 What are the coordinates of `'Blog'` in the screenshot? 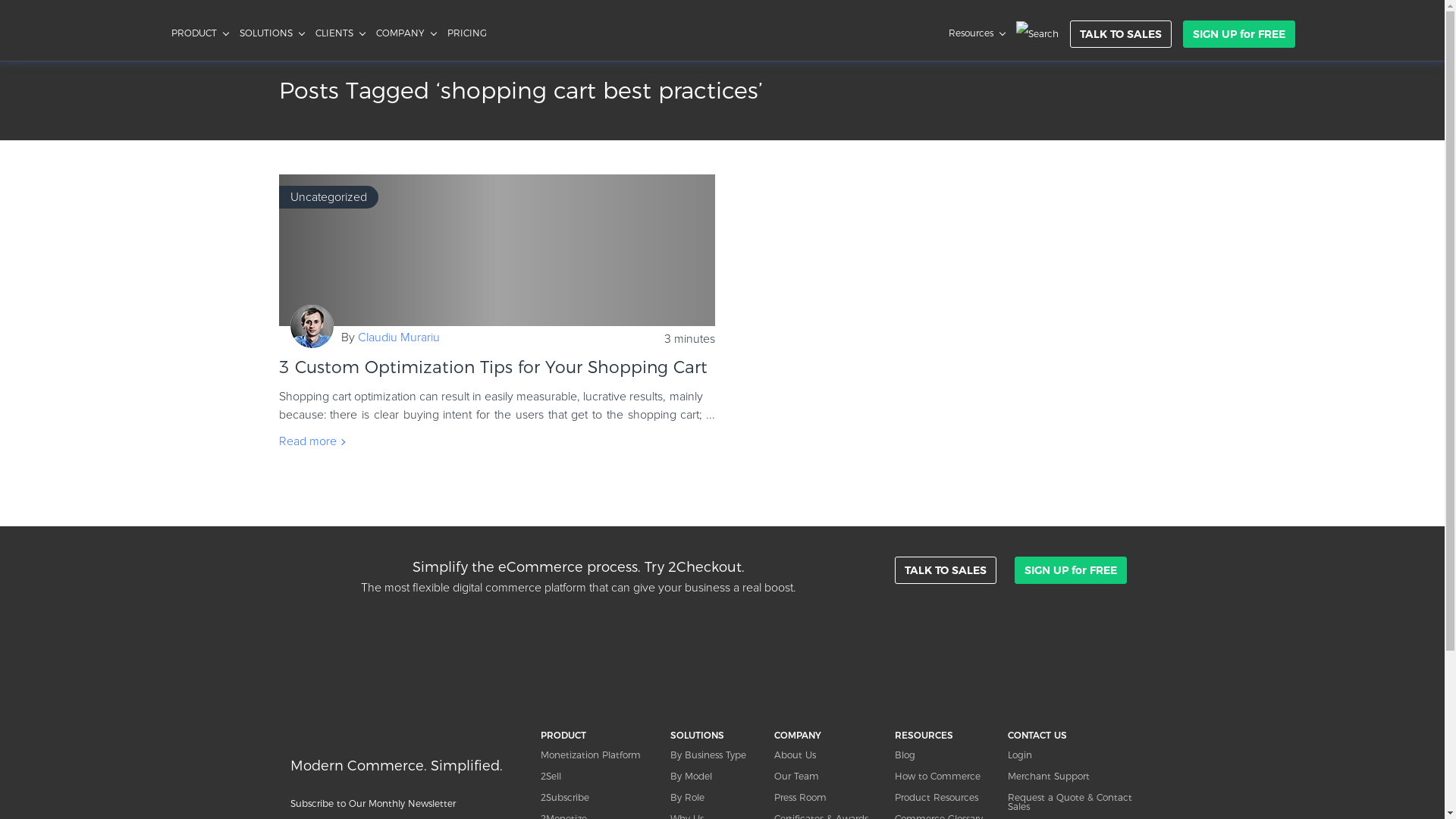 It's located at (941, 755).